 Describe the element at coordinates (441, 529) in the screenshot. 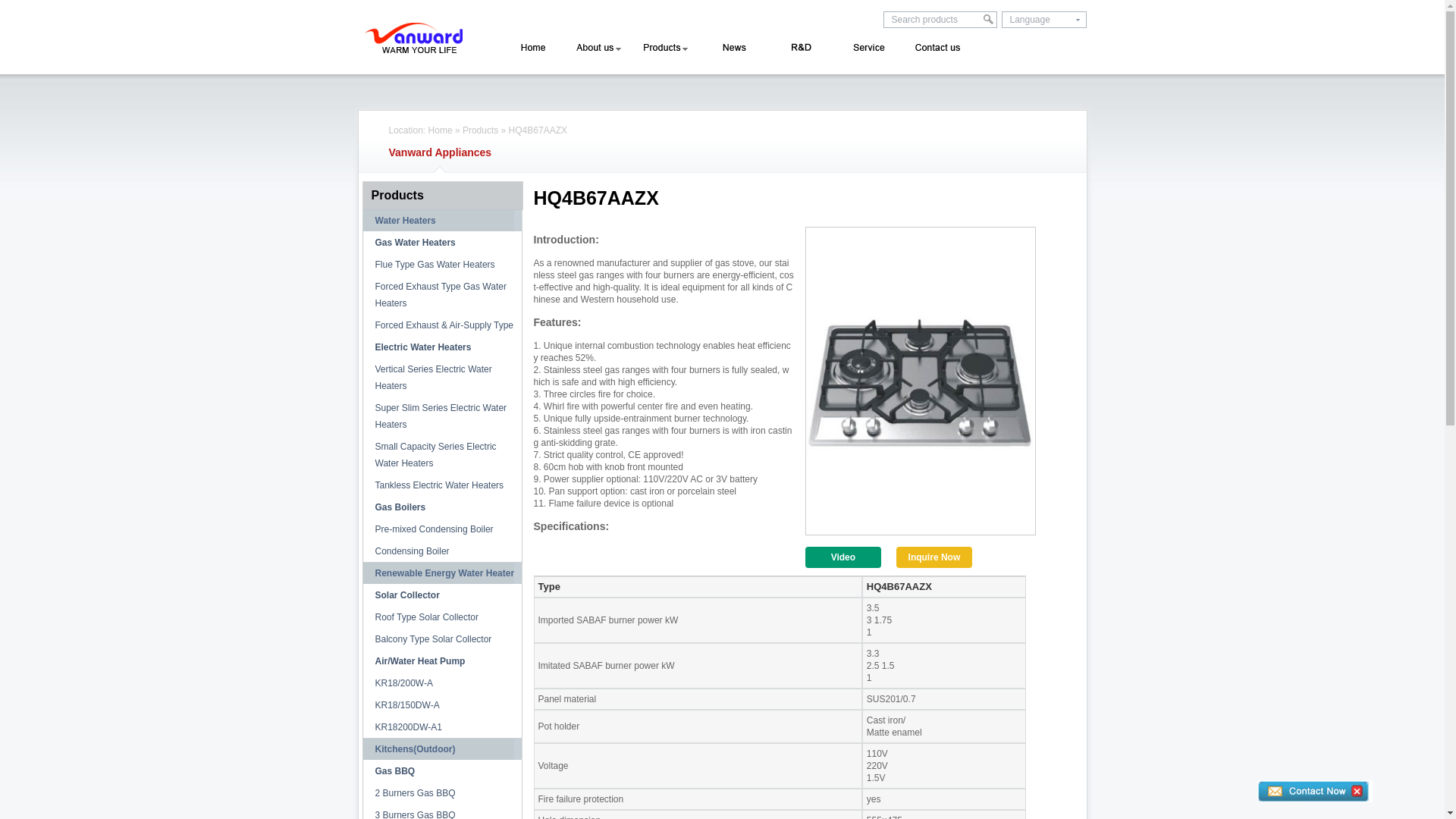

I see `'Pre-mixed Condensing Boiler'` at that location.